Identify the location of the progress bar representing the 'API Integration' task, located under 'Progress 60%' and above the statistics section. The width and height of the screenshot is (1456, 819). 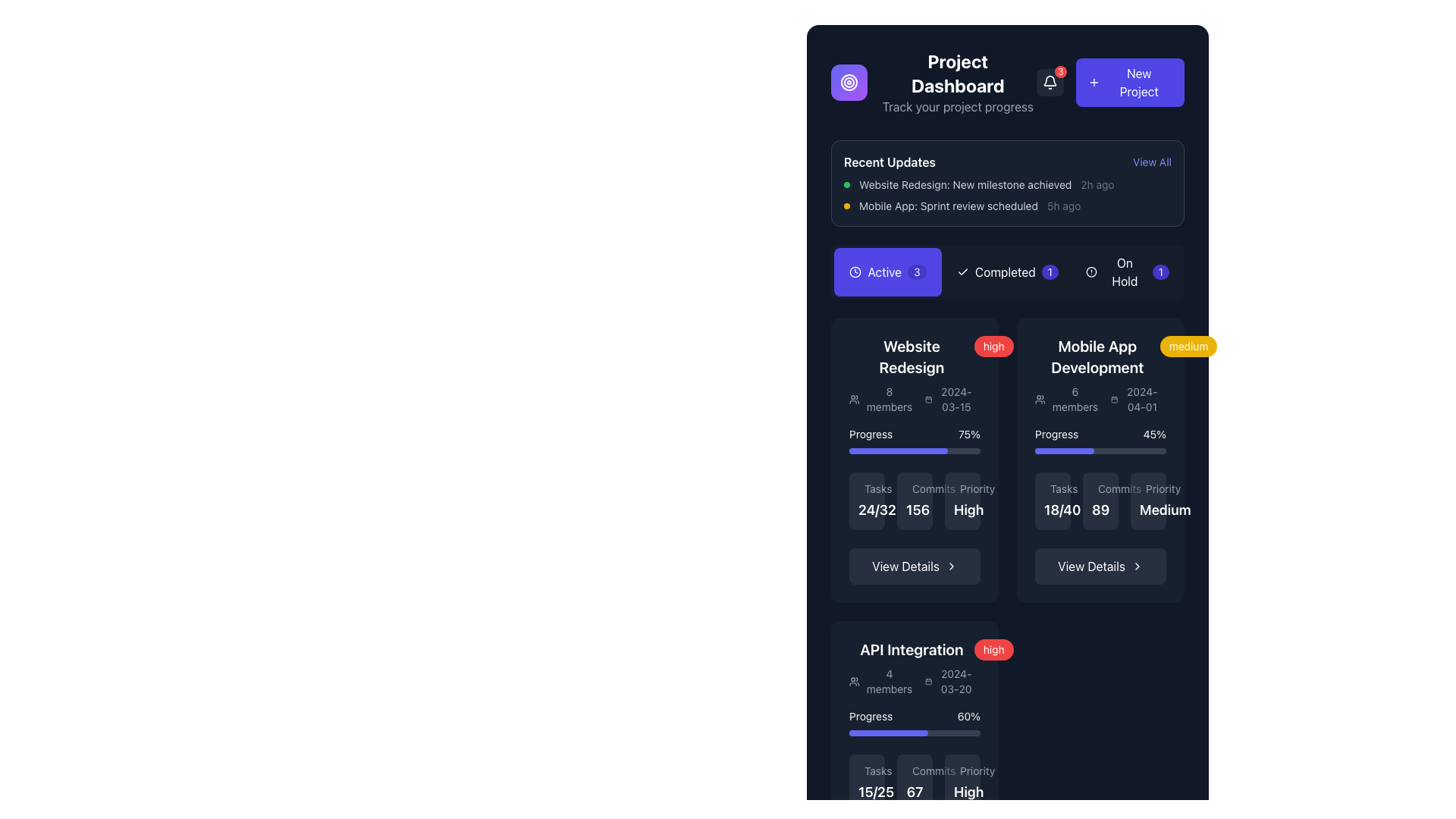
(888, 733).